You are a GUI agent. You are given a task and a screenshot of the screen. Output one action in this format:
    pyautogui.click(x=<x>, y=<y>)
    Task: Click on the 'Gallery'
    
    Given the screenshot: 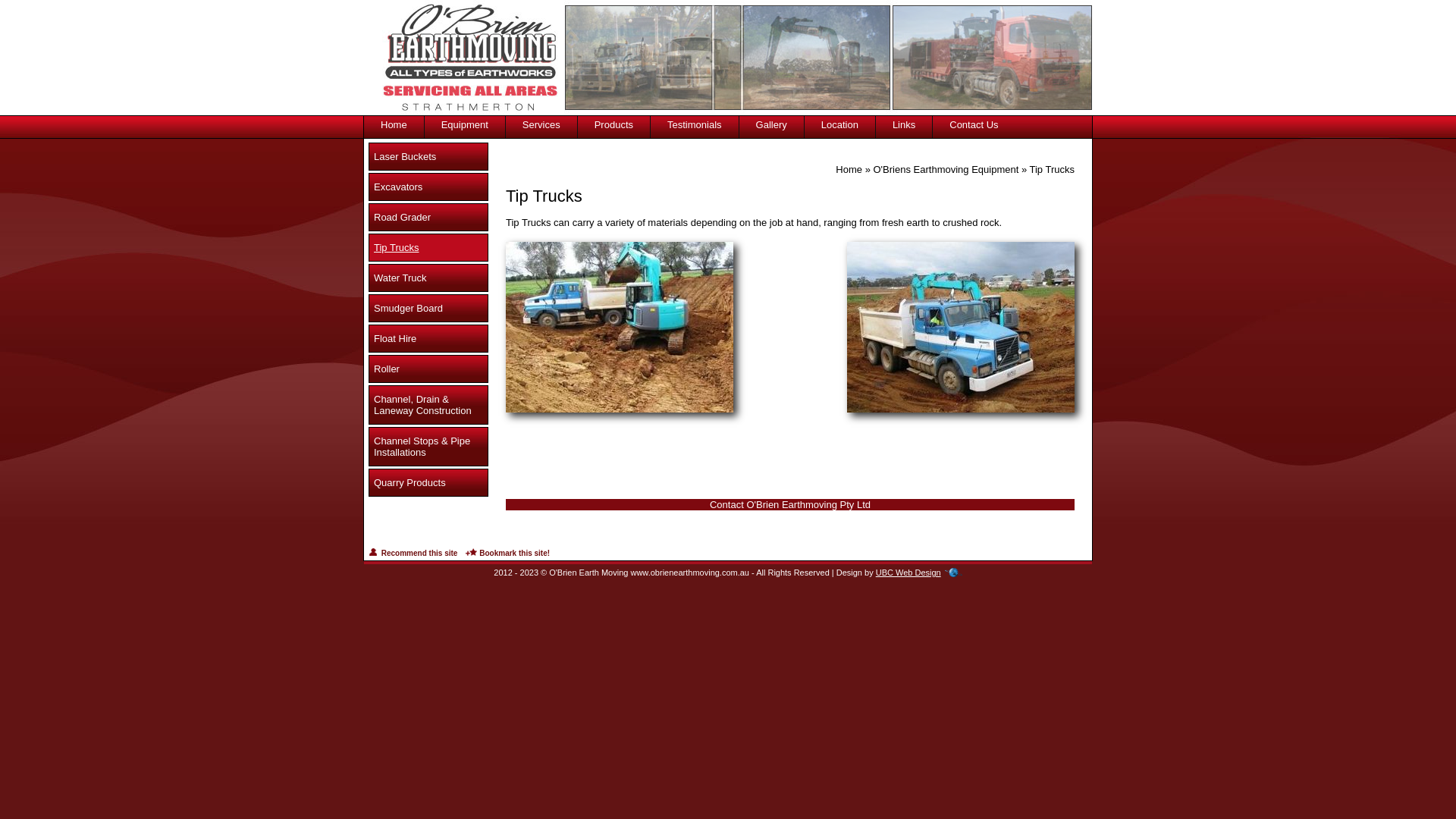 What is the action you would take?
    pyautogui.click(x=771, y=118)
    